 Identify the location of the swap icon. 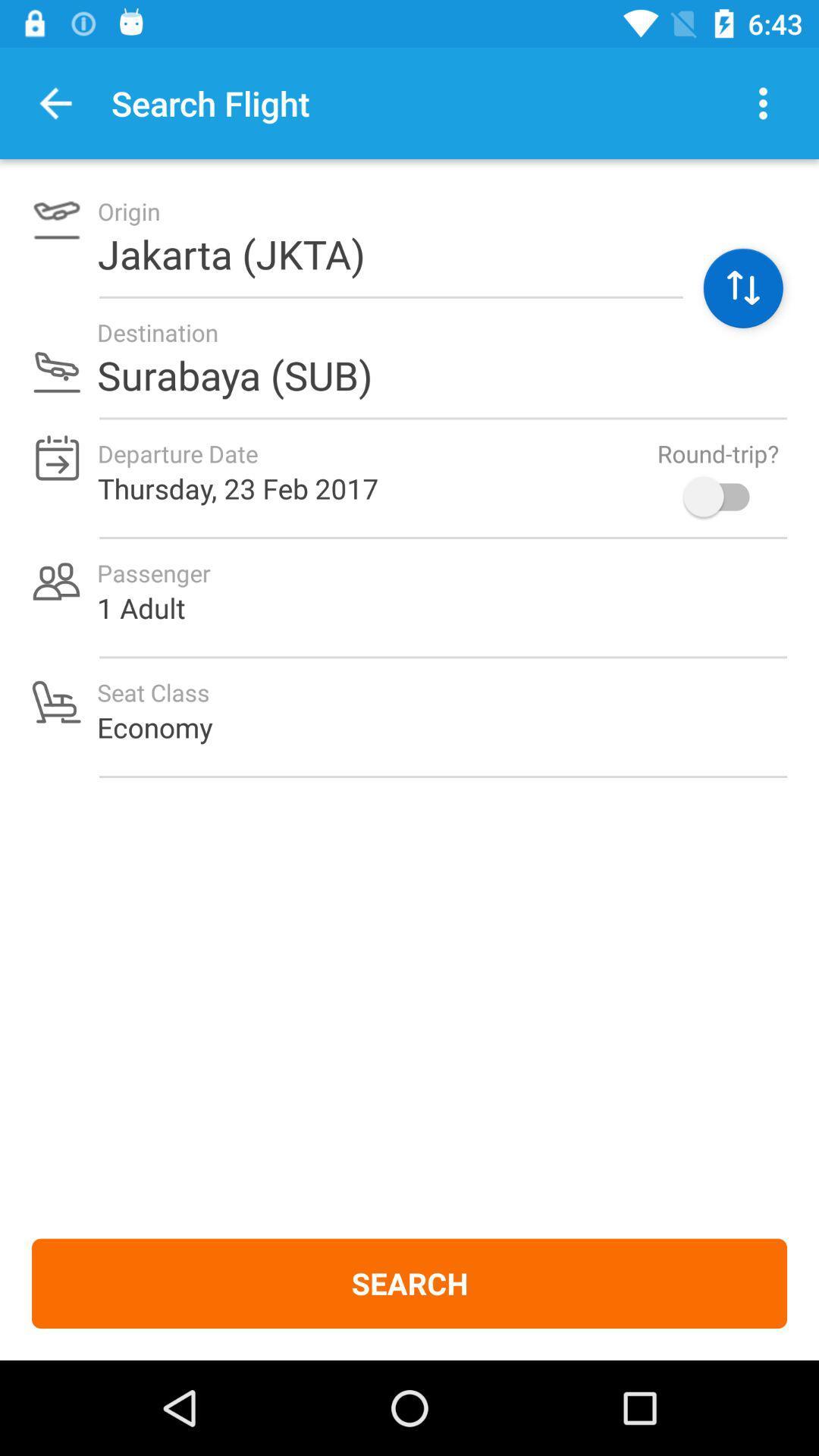
(742, 288).